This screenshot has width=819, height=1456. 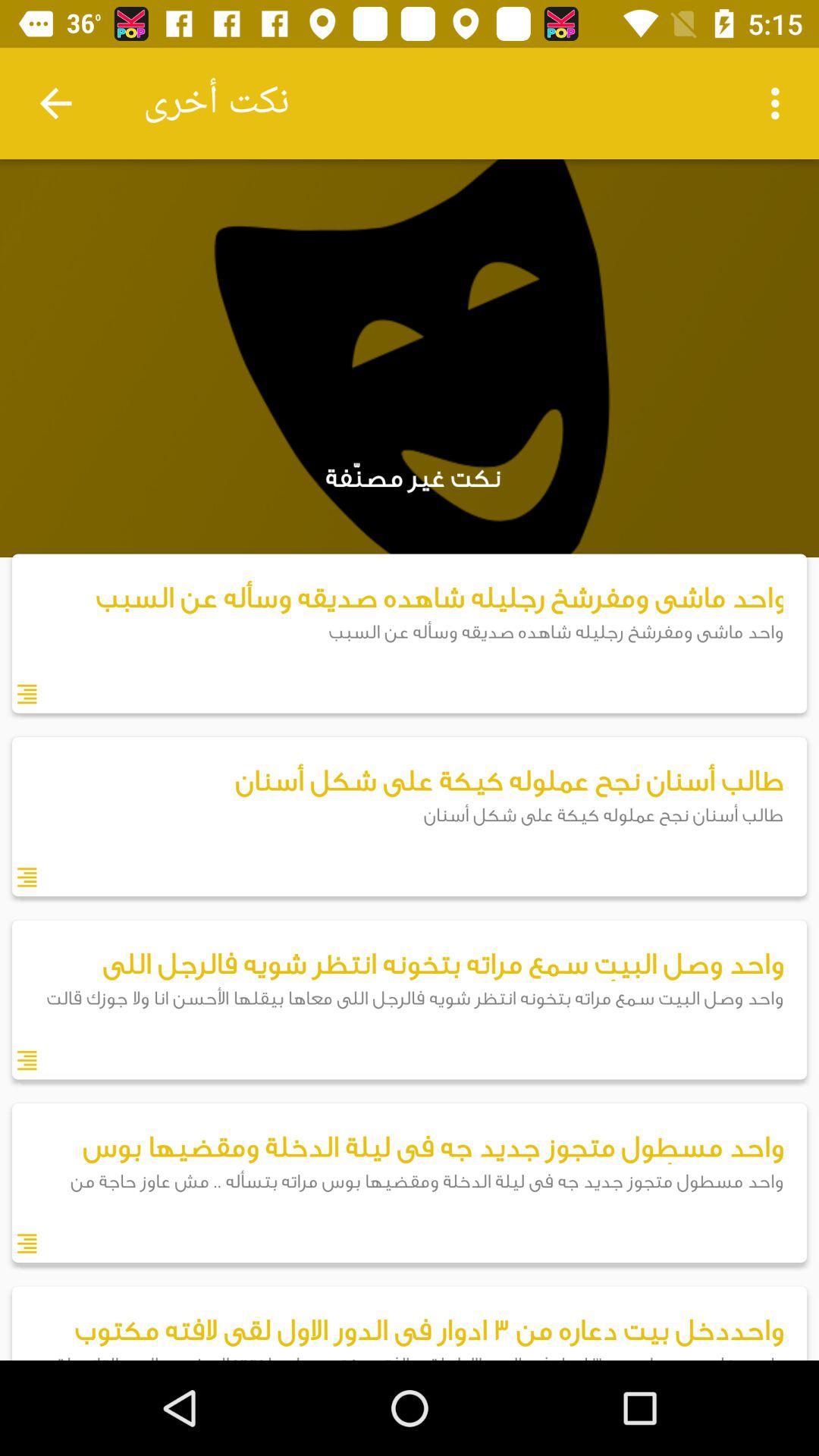 What do you see at coordinates (779, 103) in the screenshot?
I see `the three button at the top right corner of the page` at bounding box center [779, 103].